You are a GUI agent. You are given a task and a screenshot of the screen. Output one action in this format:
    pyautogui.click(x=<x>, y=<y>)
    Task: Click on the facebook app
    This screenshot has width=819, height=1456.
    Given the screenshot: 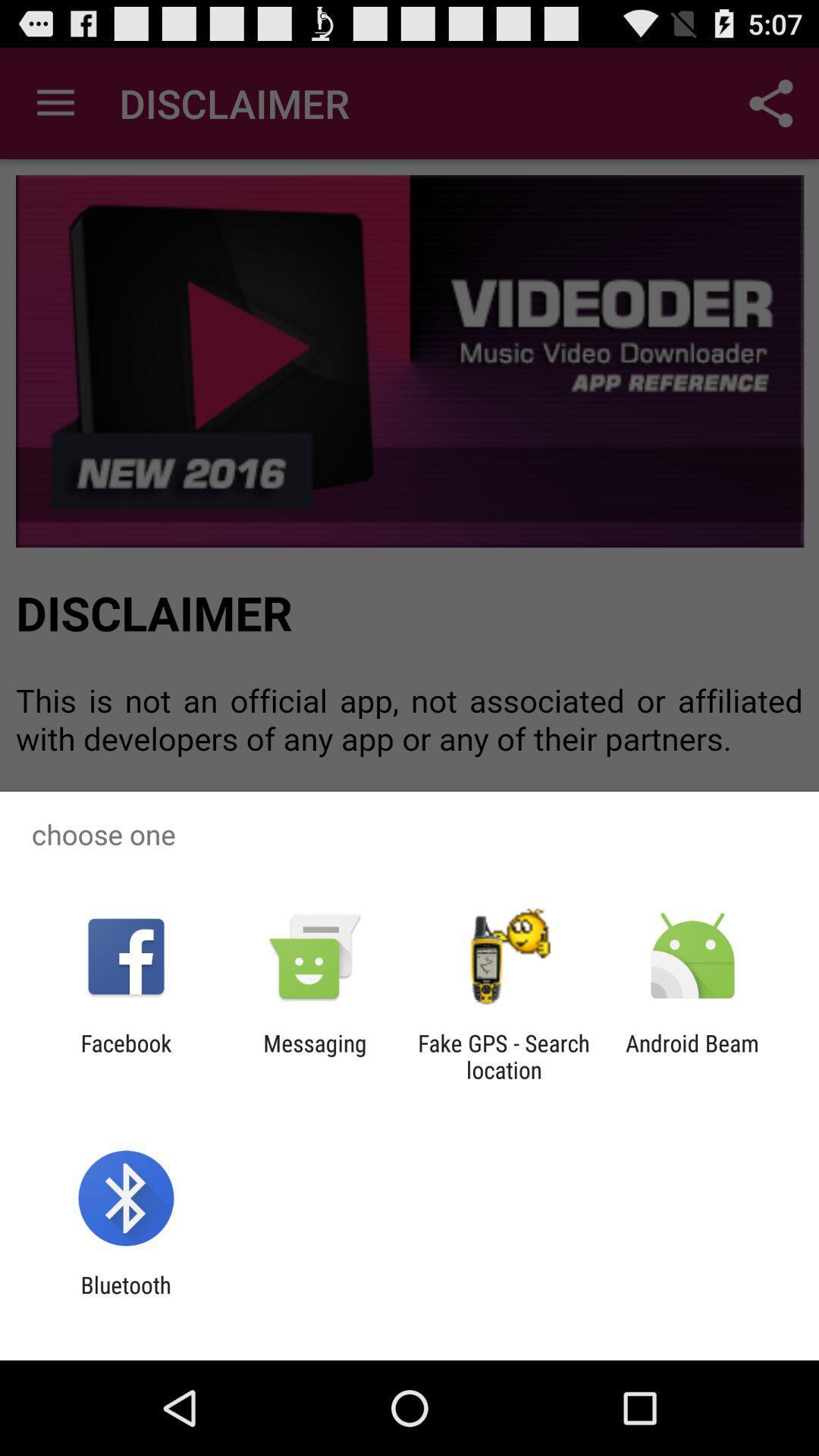 What is the action you would take?
    pyautogui.click(x=125, y=1056)
    